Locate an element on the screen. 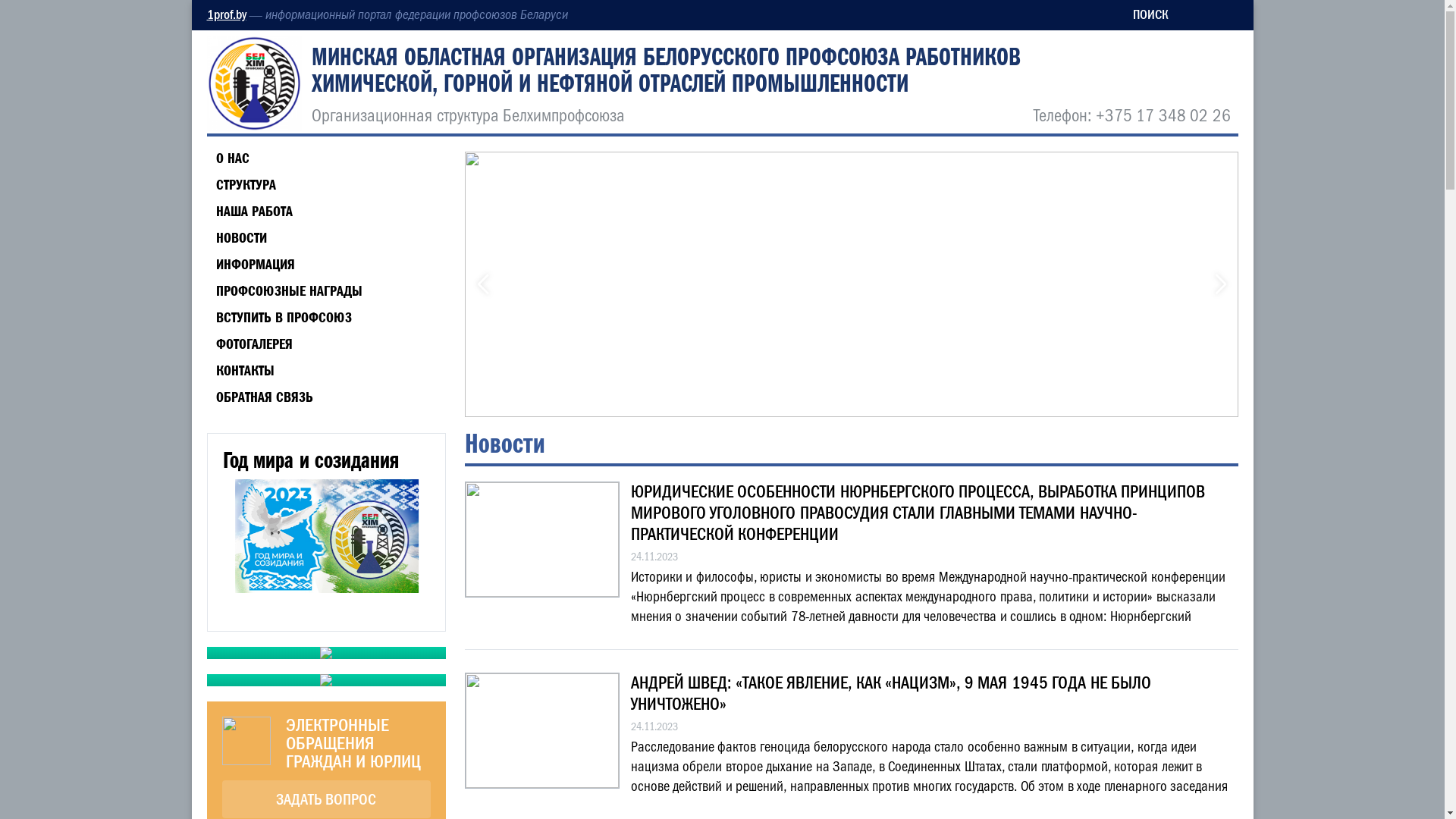  '1prof.by' is located at coordinates (224, 14).